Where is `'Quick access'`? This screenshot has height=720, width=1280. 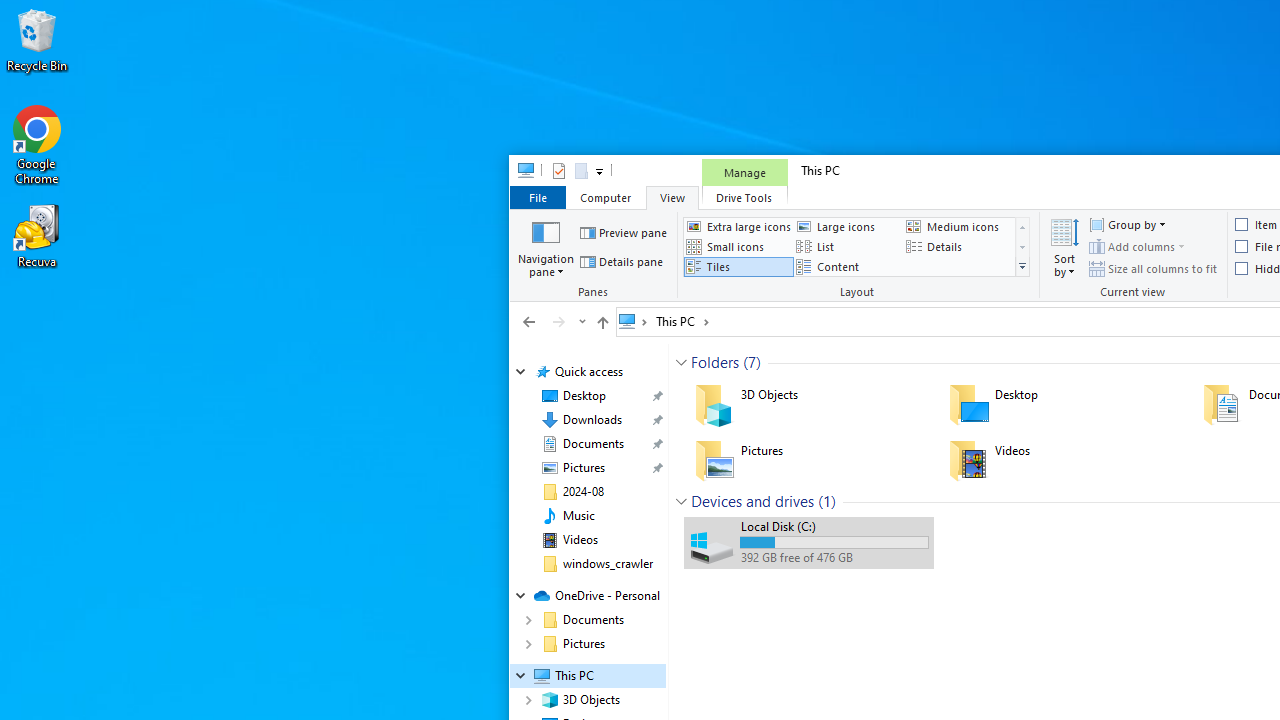
'Quick access' is located at coordinates (587, 371).